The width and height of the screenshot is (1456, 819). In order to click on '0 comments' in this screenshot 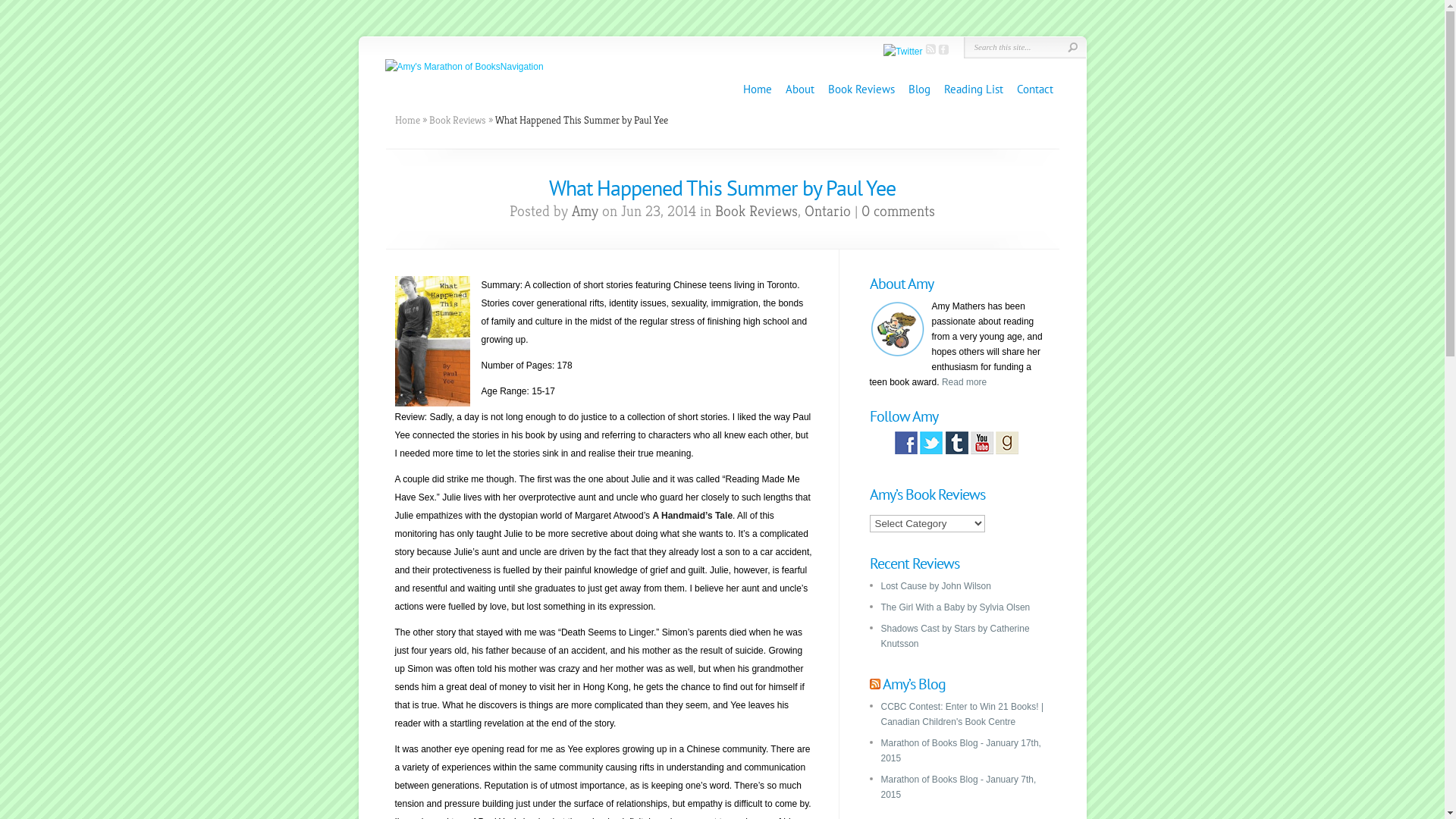, I will do `click(861, 211)`.